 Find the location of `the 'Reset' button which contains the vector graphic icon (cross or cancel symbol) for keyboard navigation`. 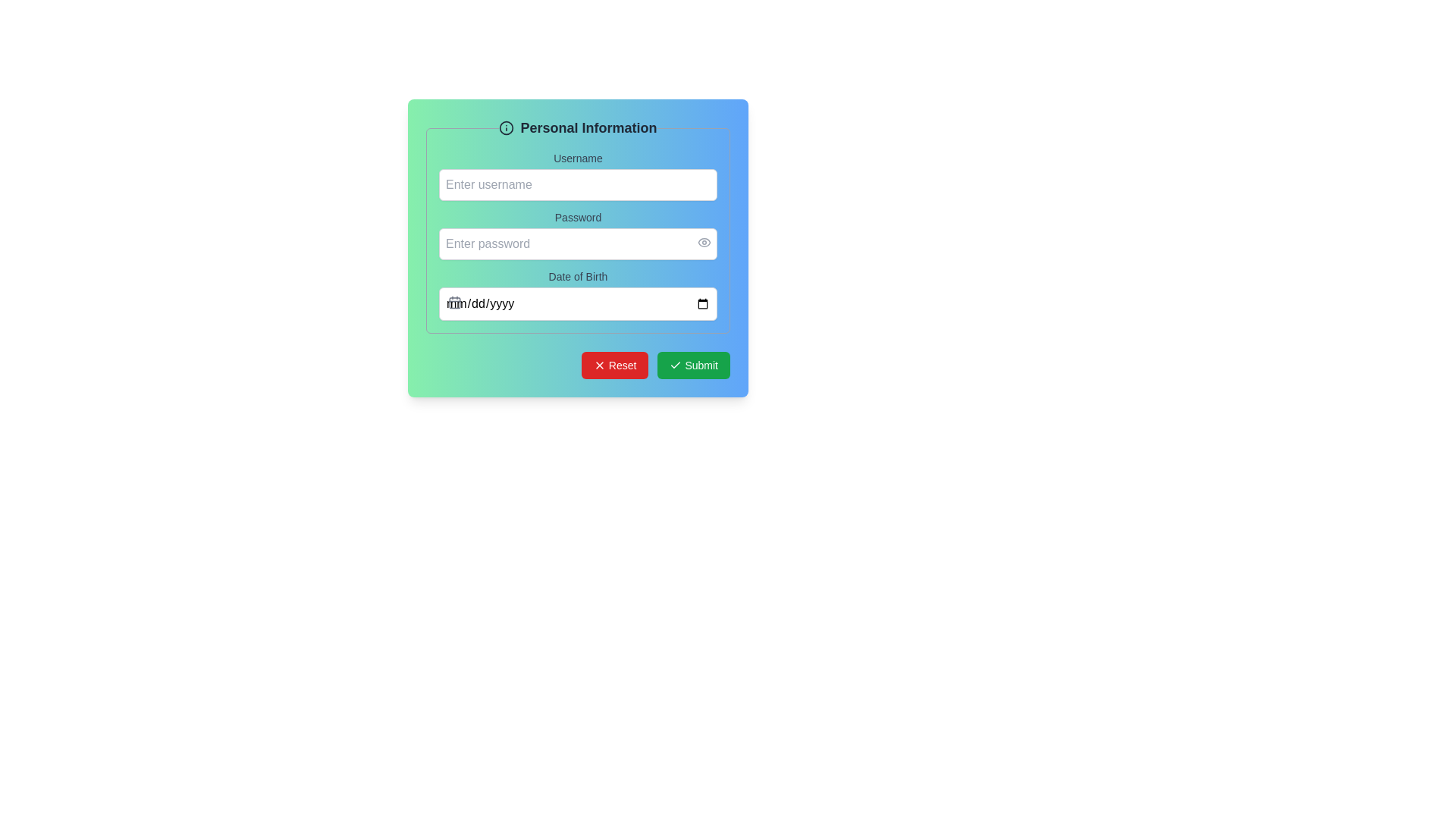

the 'Reset' button which contains the vector graphic icon (cross or cancel symbol) for keyboard navigation is located at coordinates (598, 366).